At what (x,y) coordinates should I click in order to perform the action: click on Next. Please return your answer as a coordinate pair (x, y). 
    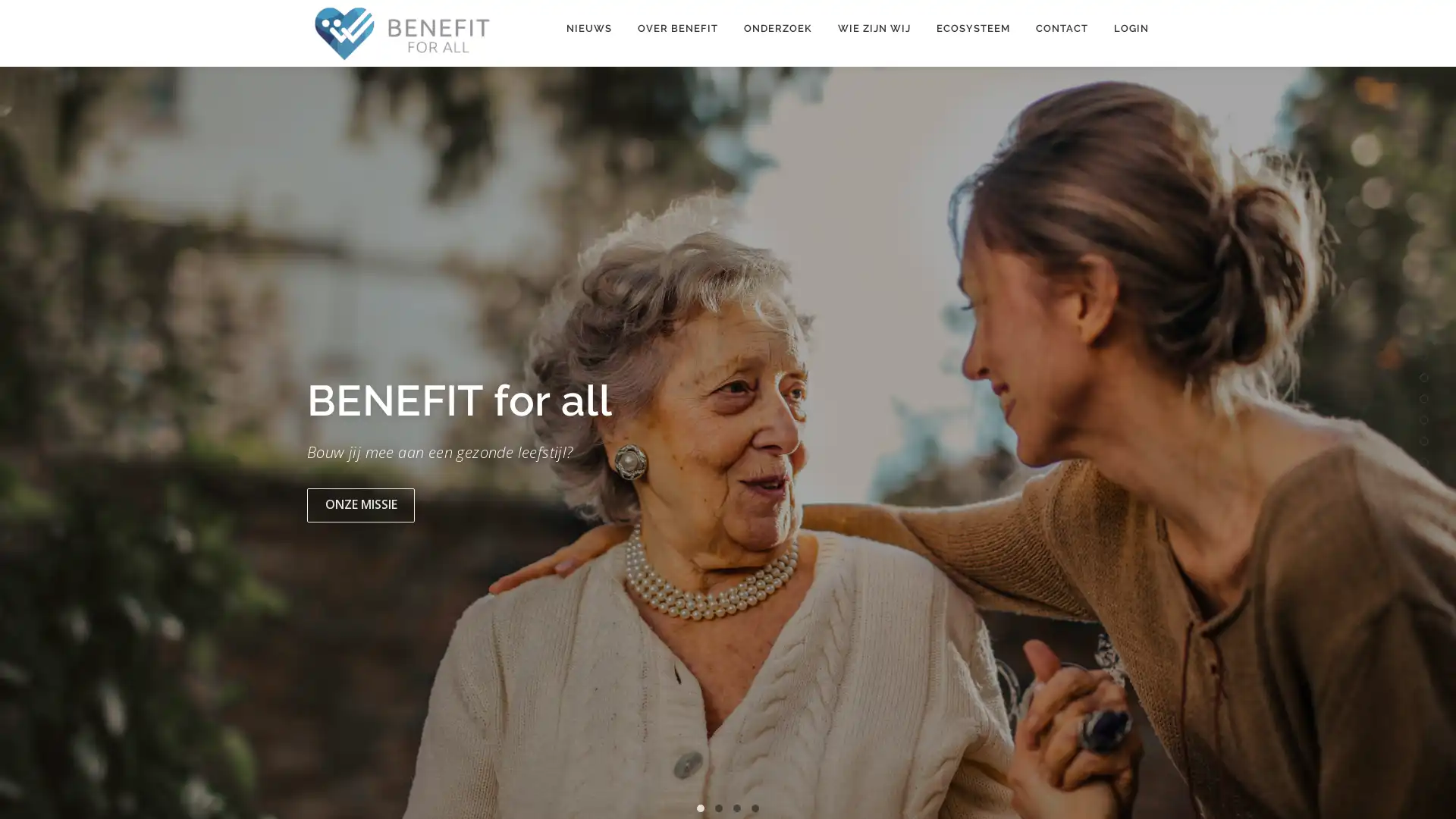
    Looking at the image, I should click on (1426, 447).